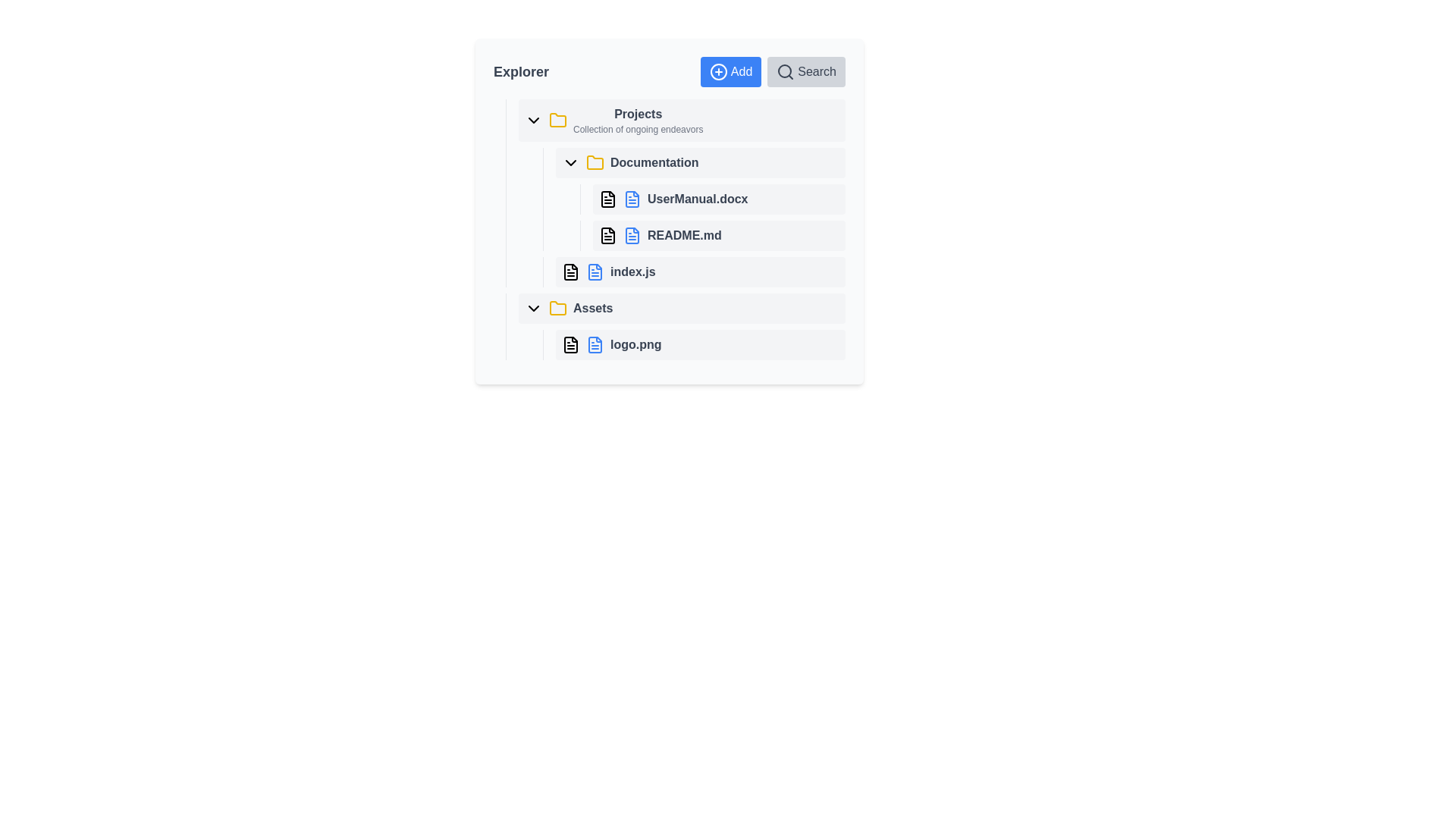  Describe the element at coordinates (607, 236) in the screenshot. I see `the 'README.md' file icon located within the 'Documentation' folder` at that location.